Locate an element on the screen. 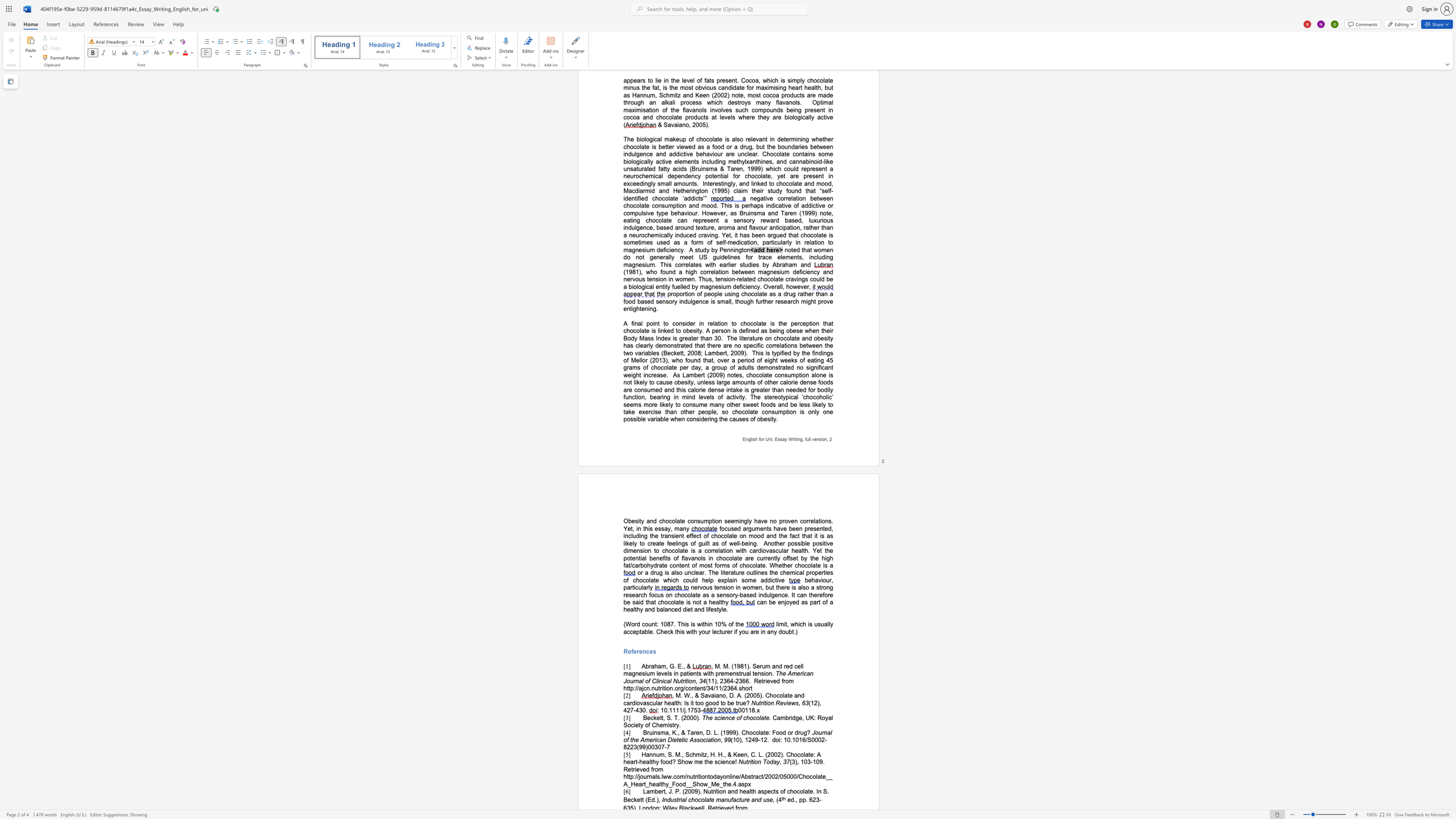  the subset text "ticularly" within the text "behaviour, particularly" is located at coordinates (632, 587).